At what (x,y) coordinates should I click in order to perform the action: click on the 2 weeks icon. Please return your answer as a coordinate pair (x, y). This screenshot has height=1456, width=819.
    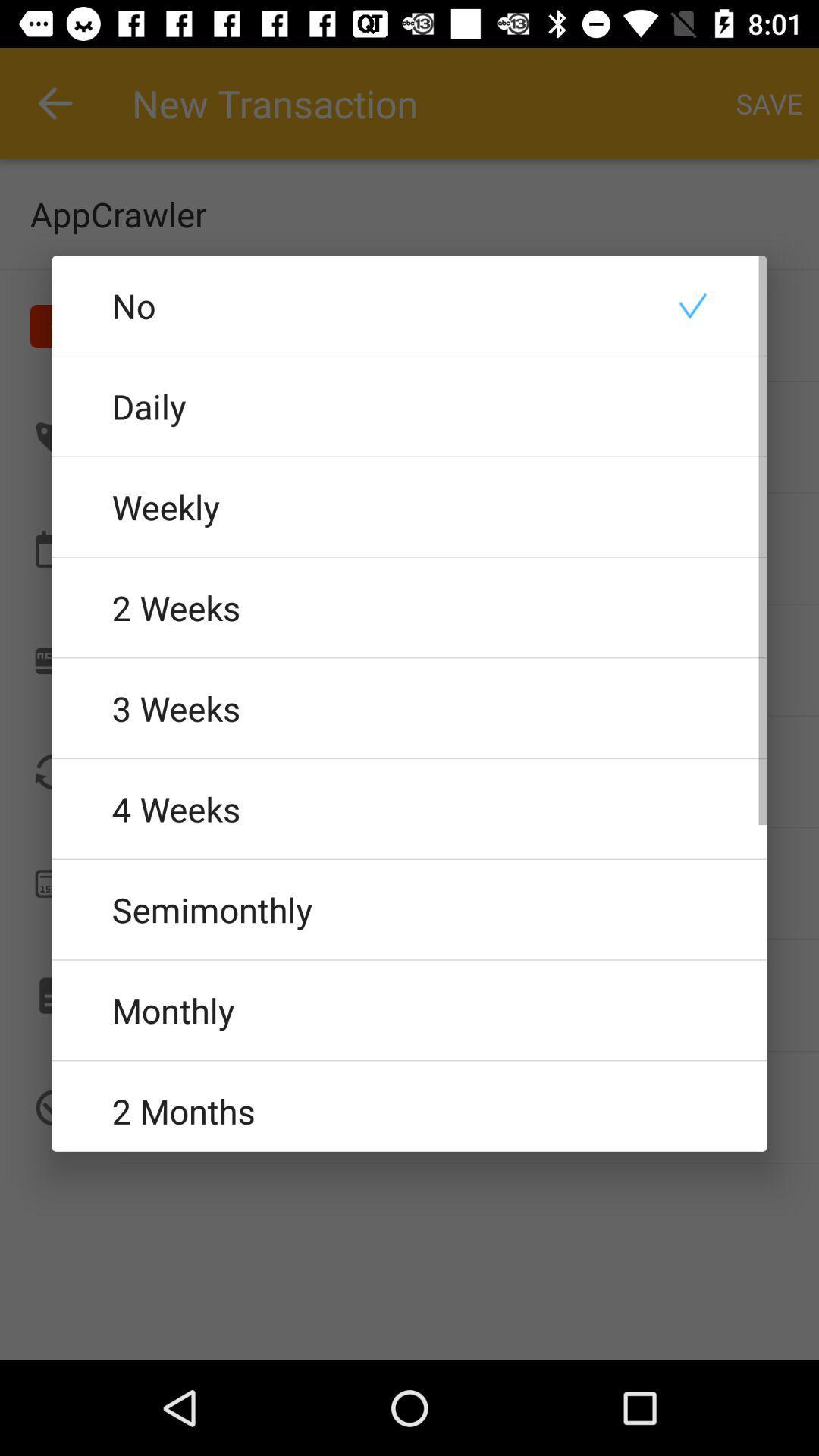
    Looking at the image, I should click on (409, 607).